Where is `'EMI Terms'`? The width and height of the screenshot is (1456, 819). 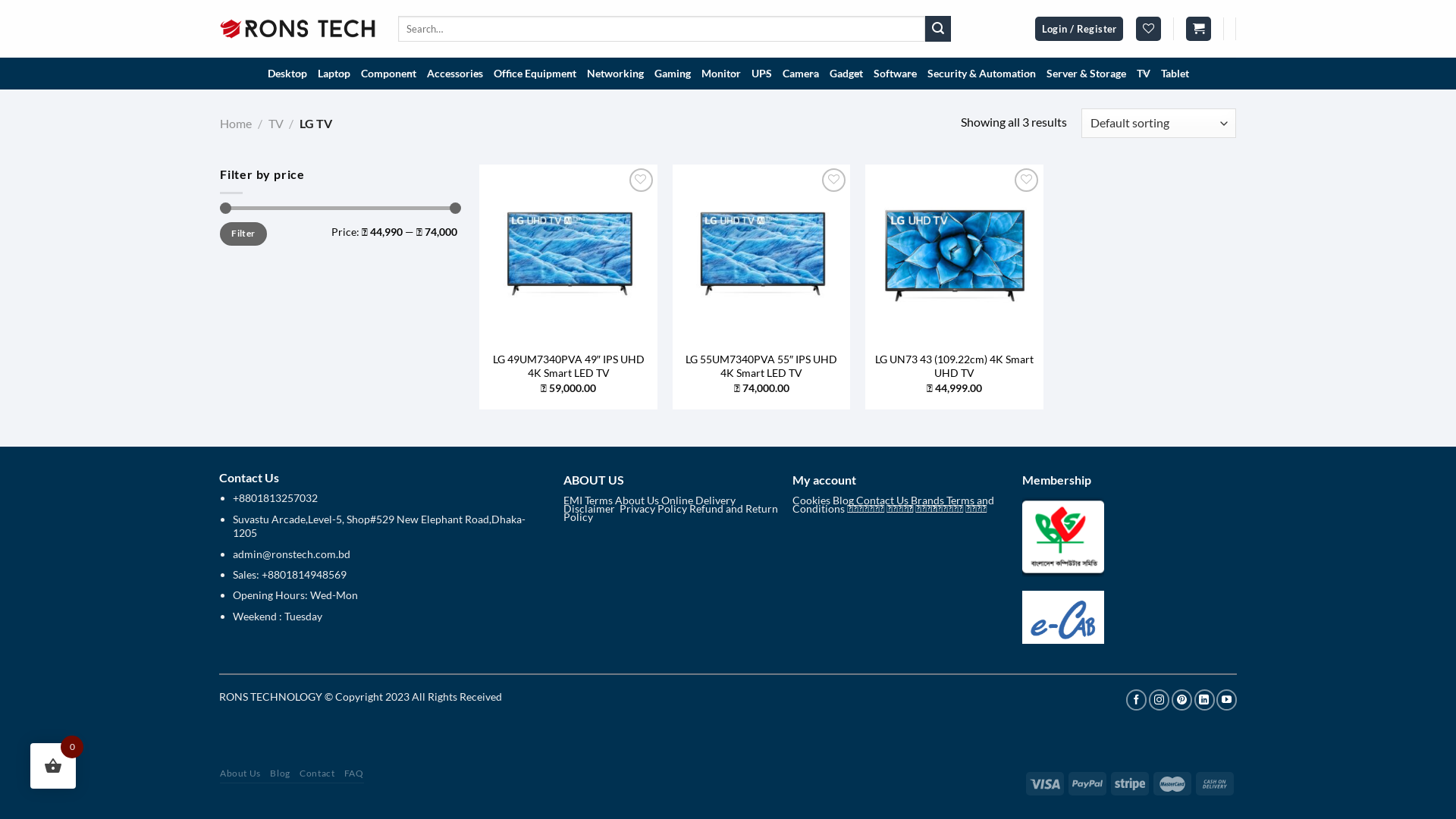
'EMI Terms' is located at coordinates (562, 500).